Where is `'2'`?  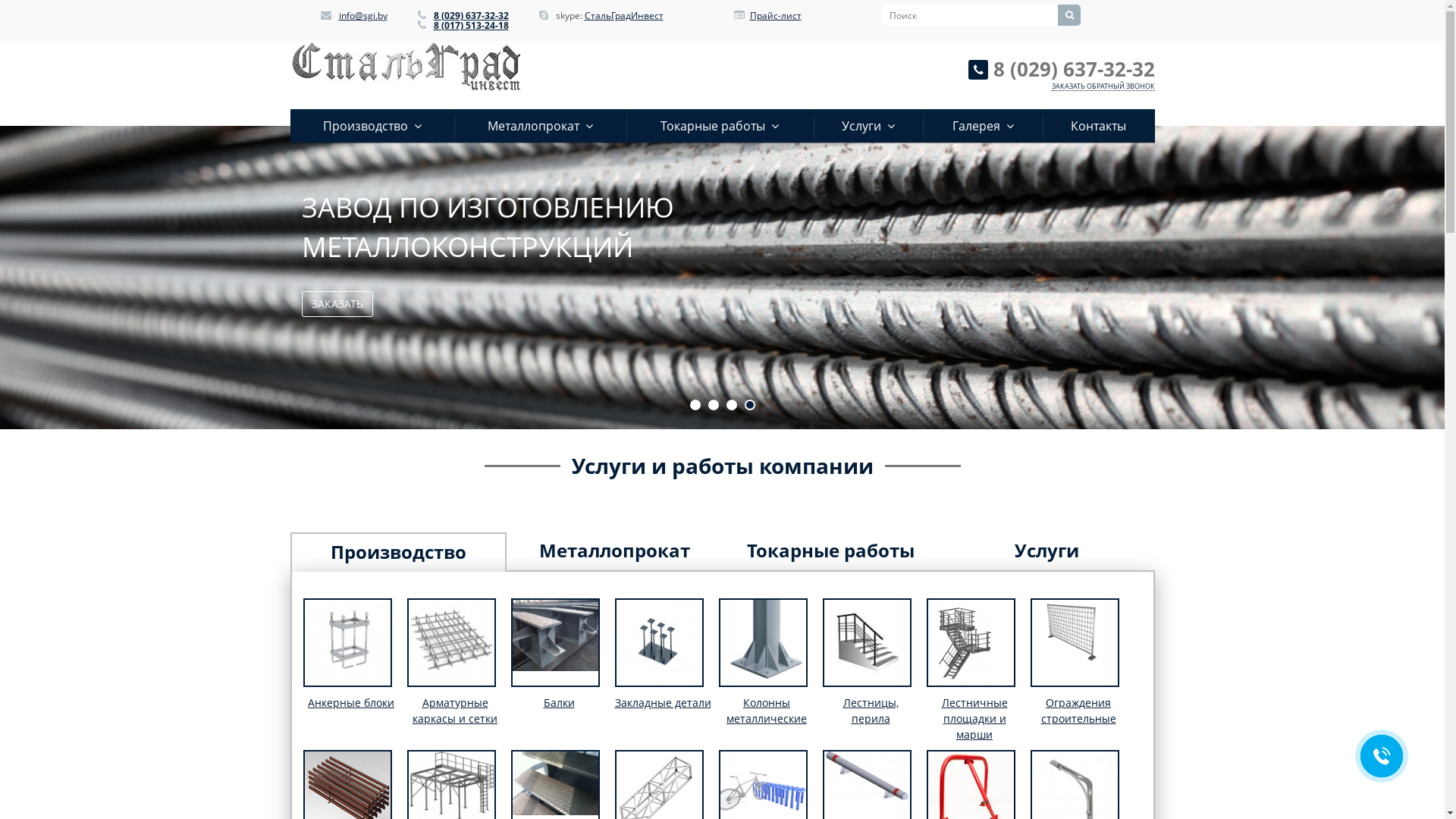
'2' is located at coordinates (712, 403).